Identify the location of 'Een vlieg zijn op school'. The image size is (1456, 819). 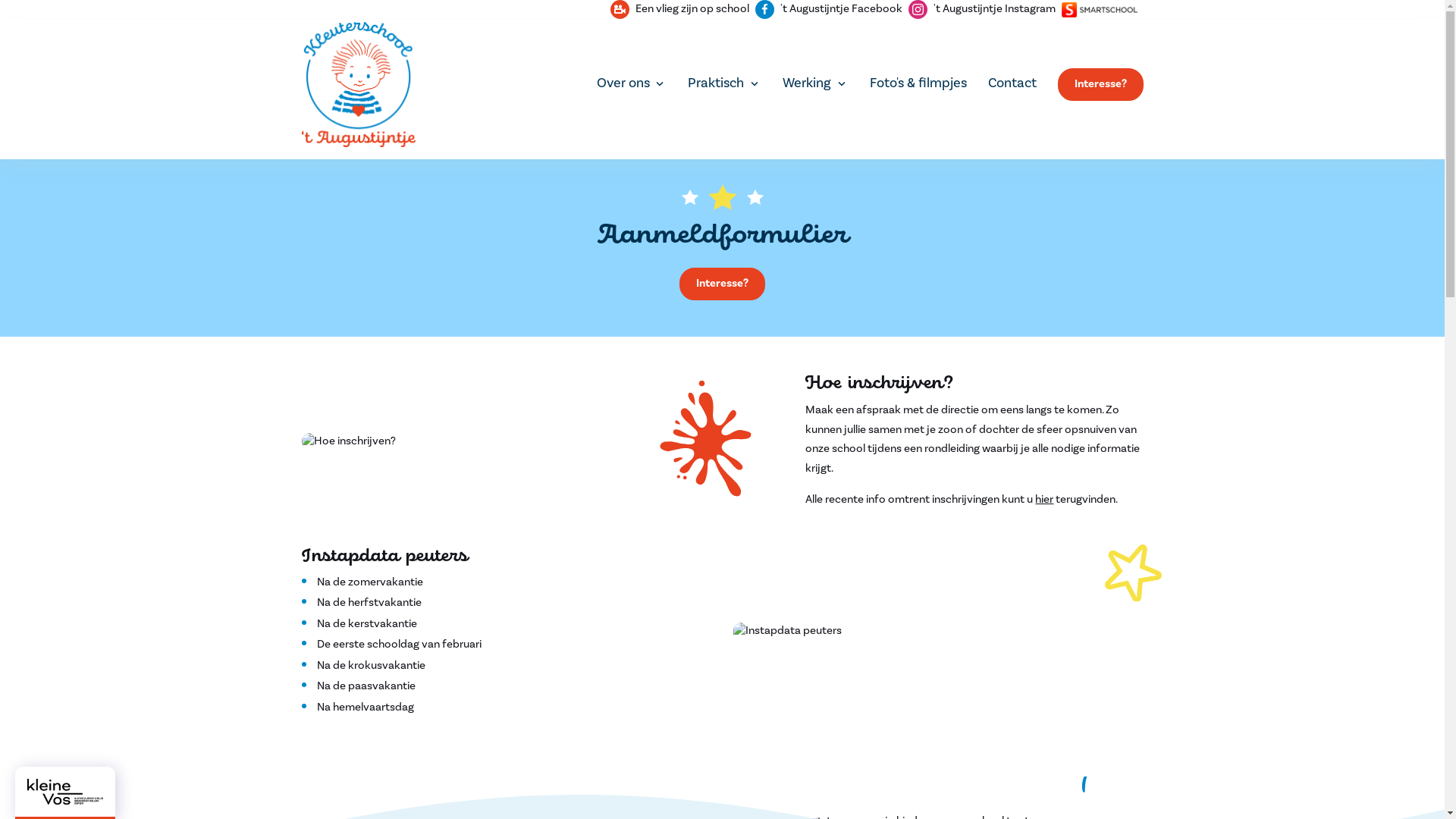
(679, 9).